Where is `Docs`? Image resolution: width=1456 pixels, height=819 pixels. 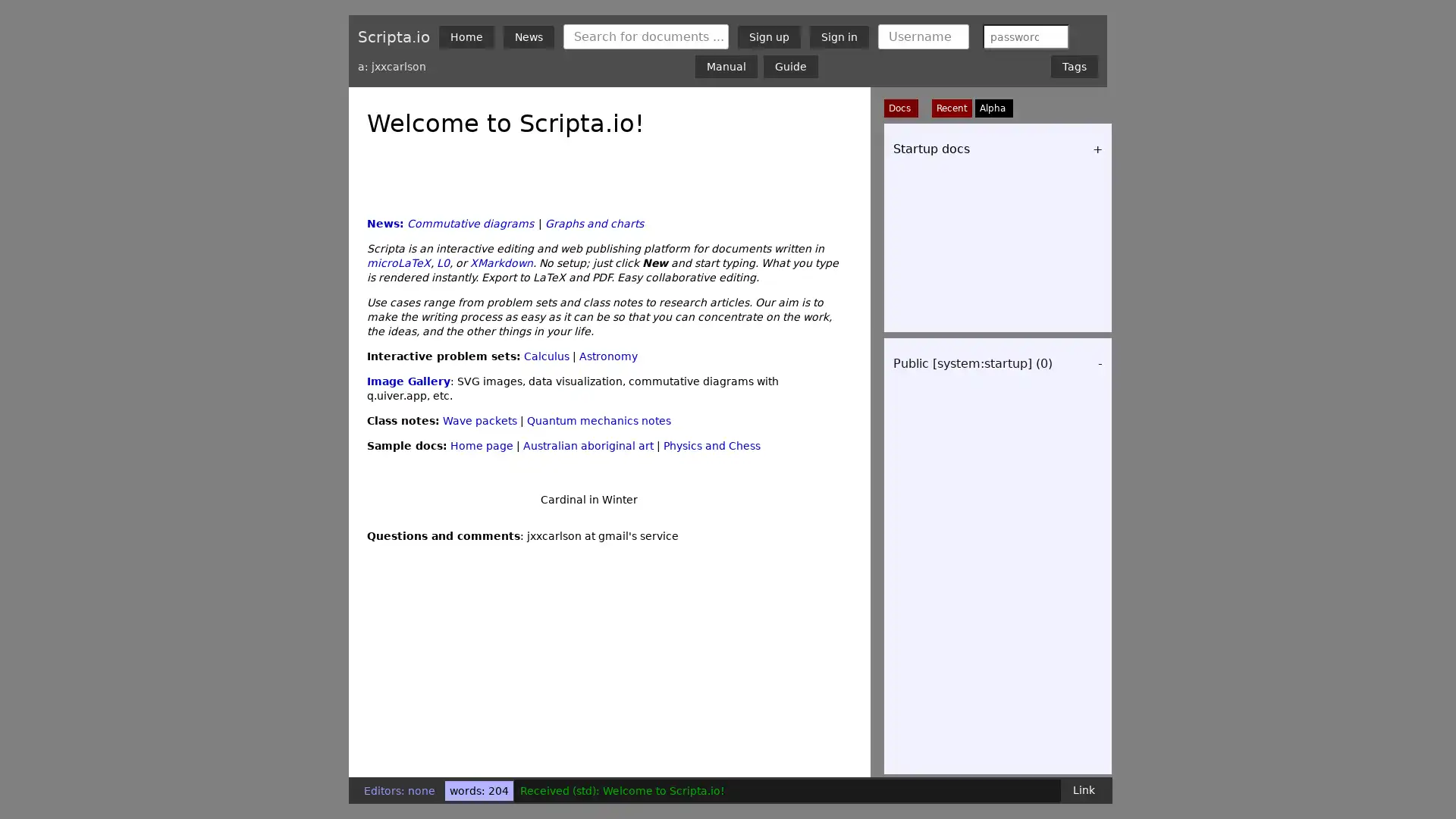 Docs is located at coordinates (901, 107).